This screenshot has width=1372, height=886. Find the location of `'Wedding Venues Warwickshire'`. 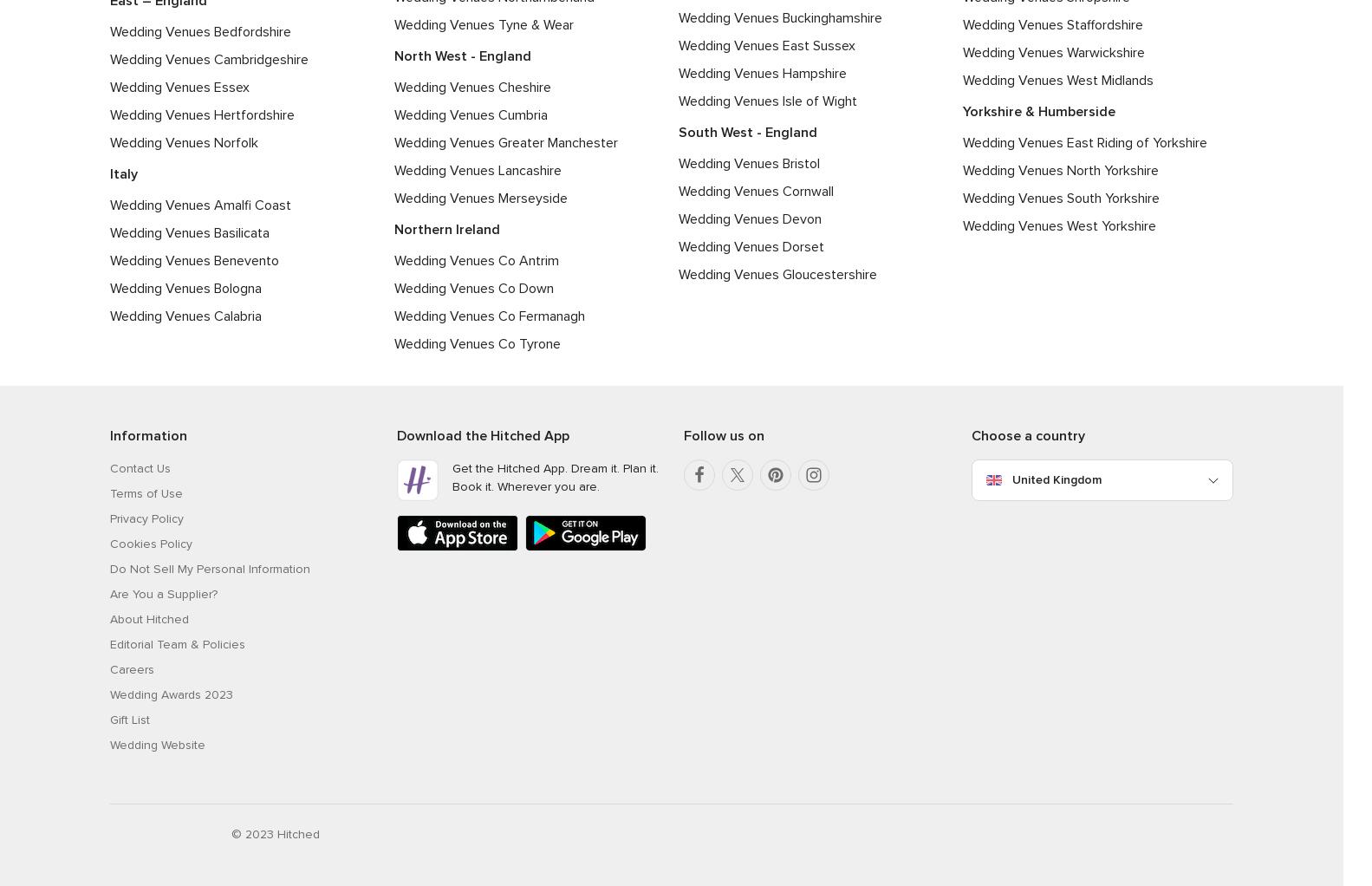

'Wedding Venues Warwickshire' is located at coordinates (962, 51).